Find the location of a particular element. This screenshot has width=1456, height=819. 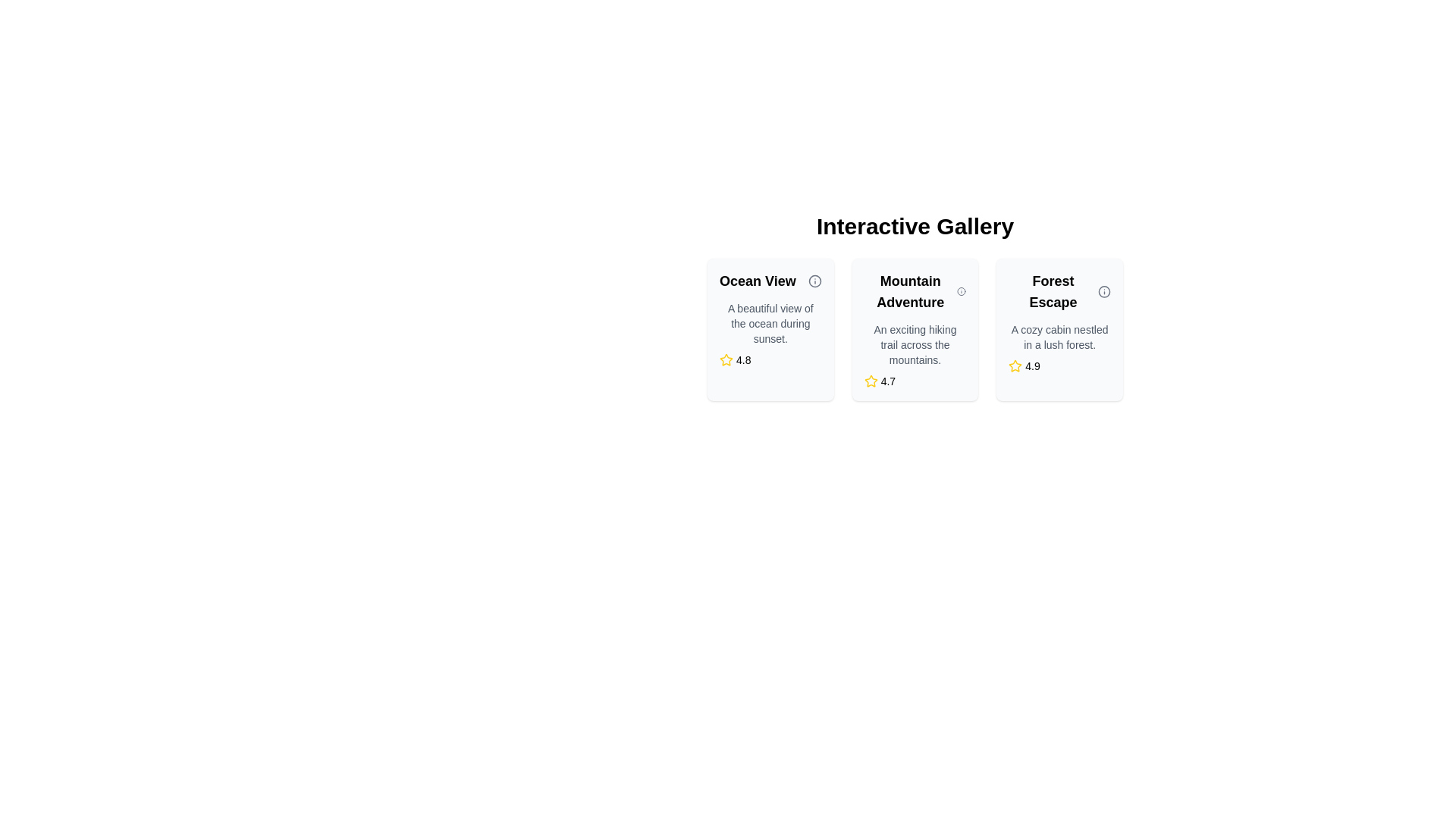

score displayed as '4.8' next to the yellow star icon in the 'Ocean View' card located at the bottom is located at coordinates (743, 359).